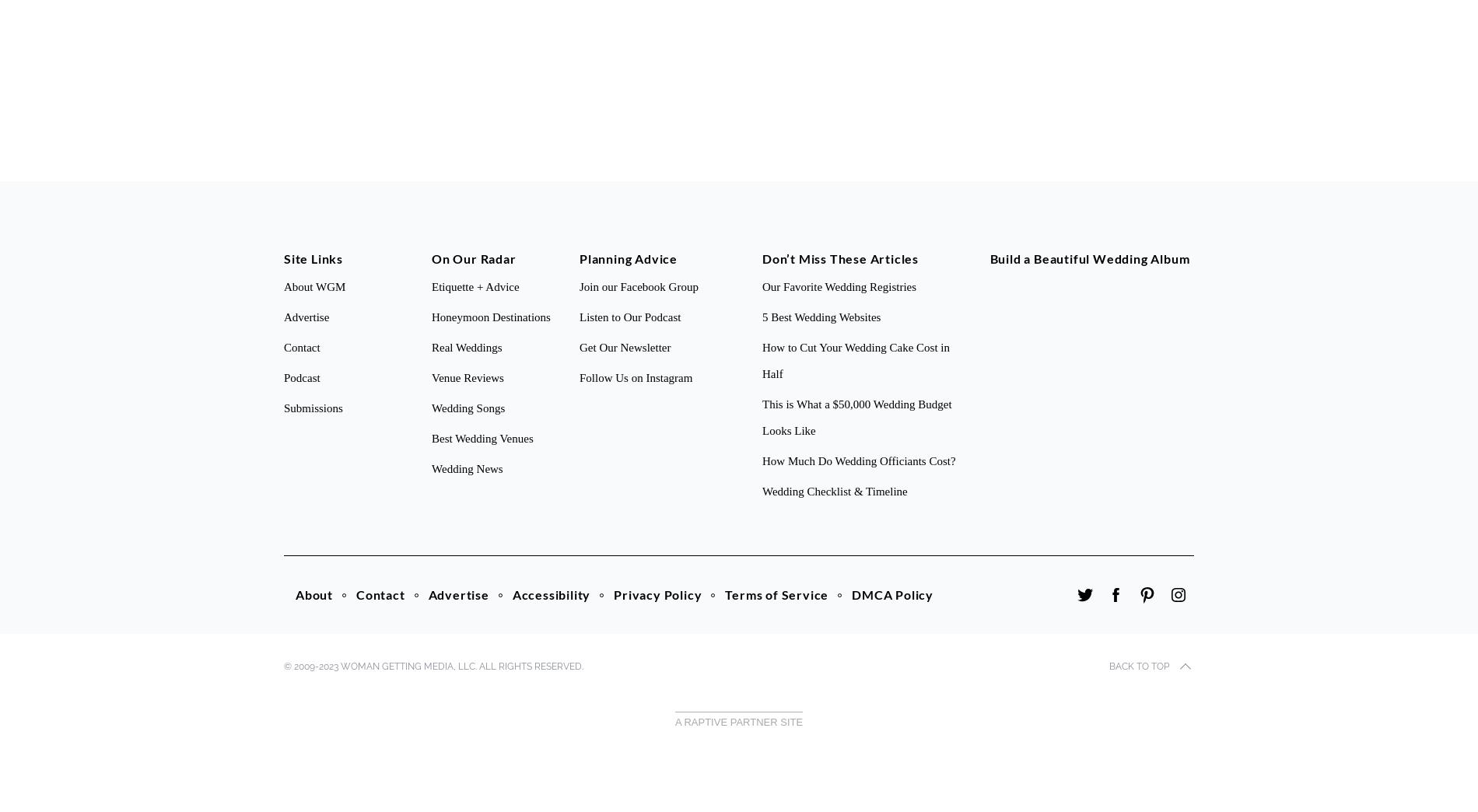  What do you see at coordinates (431, 347) in the screenshot?
I see `'Real Weddings'` at bounding box center [431, 347].